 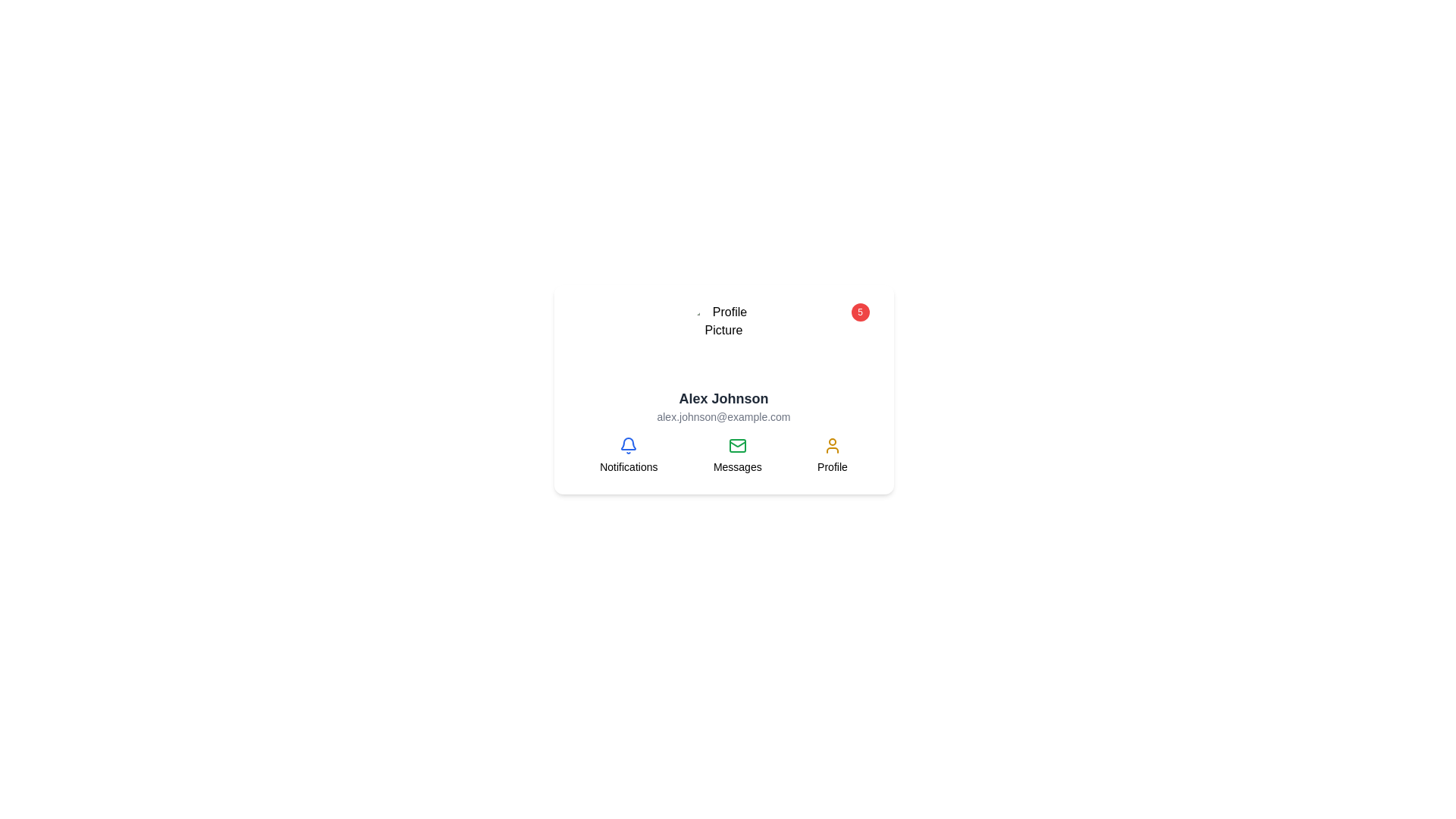 I want to click on the SVG graphical shape representing the 'Messages' icon, which is located in the middle slot of a row containing three icons, below the user's name and email address, so click(x=737, y=444).